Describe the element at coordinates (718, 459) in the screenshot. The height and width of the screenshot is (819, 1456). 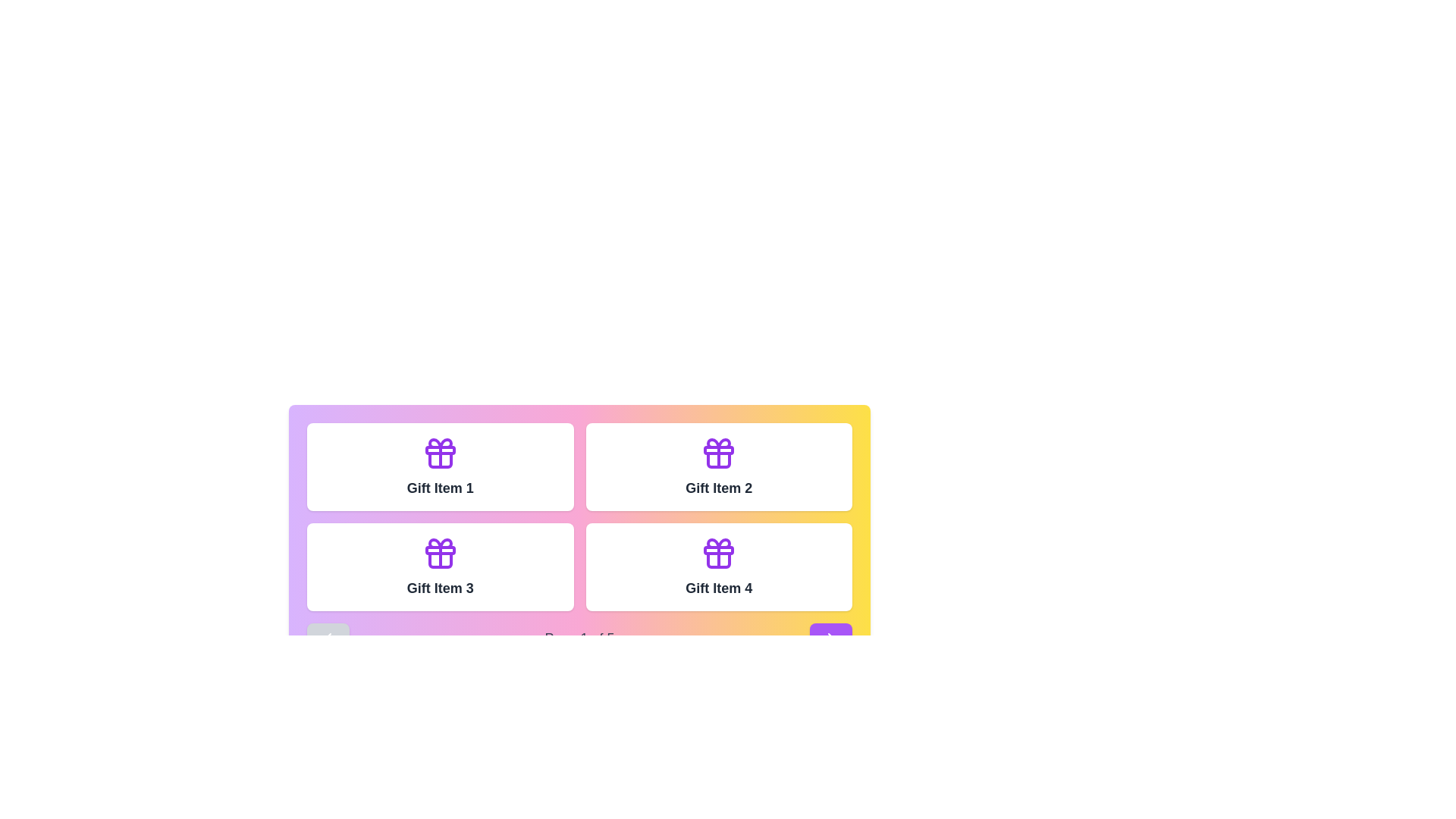
I see `the lower rectangular section of the purple gift box icon located in the second column of the grid layout` at that location.